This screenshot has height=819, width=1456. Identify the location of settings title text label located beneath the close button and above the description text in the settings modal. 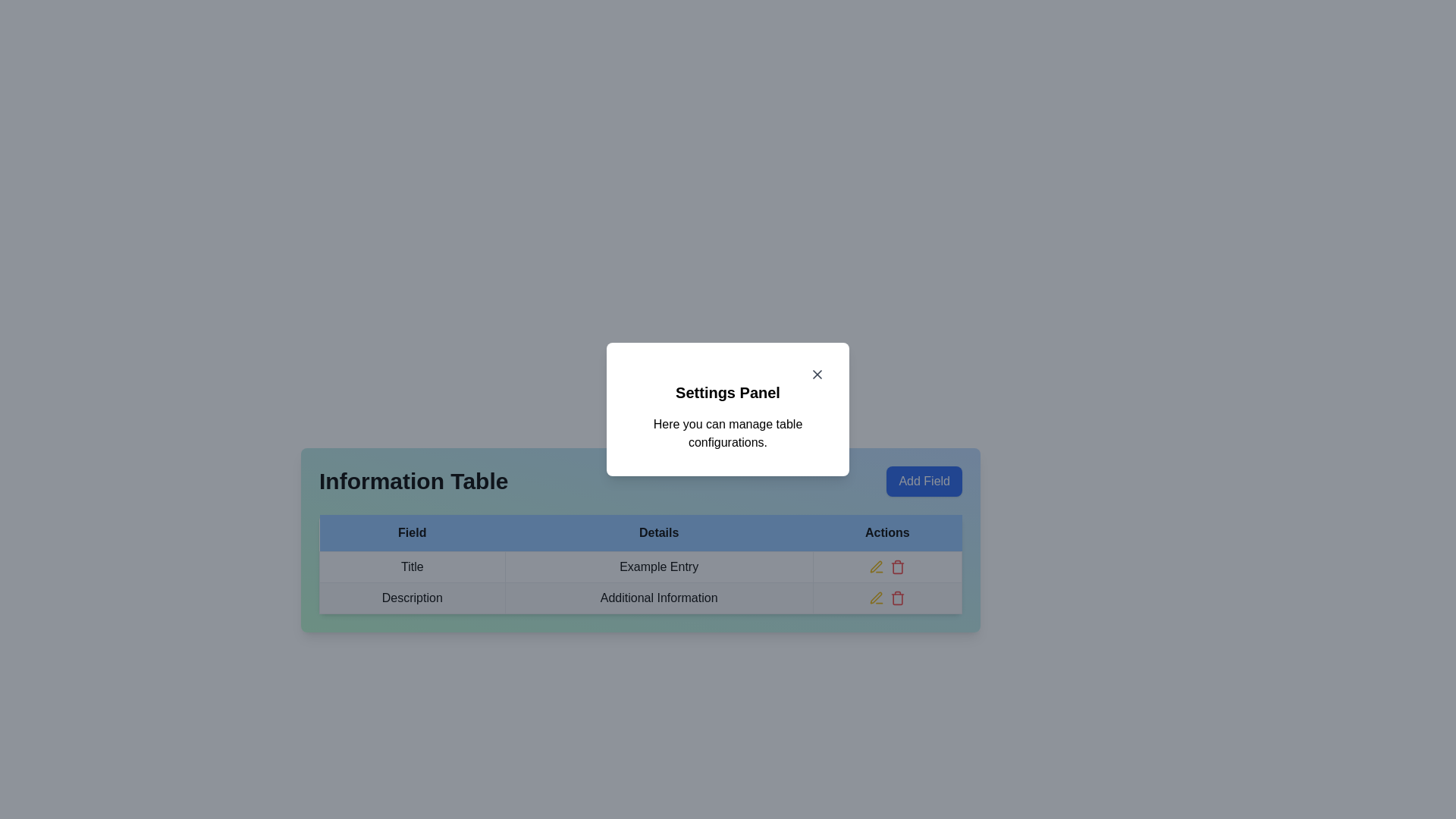
(728, 391).